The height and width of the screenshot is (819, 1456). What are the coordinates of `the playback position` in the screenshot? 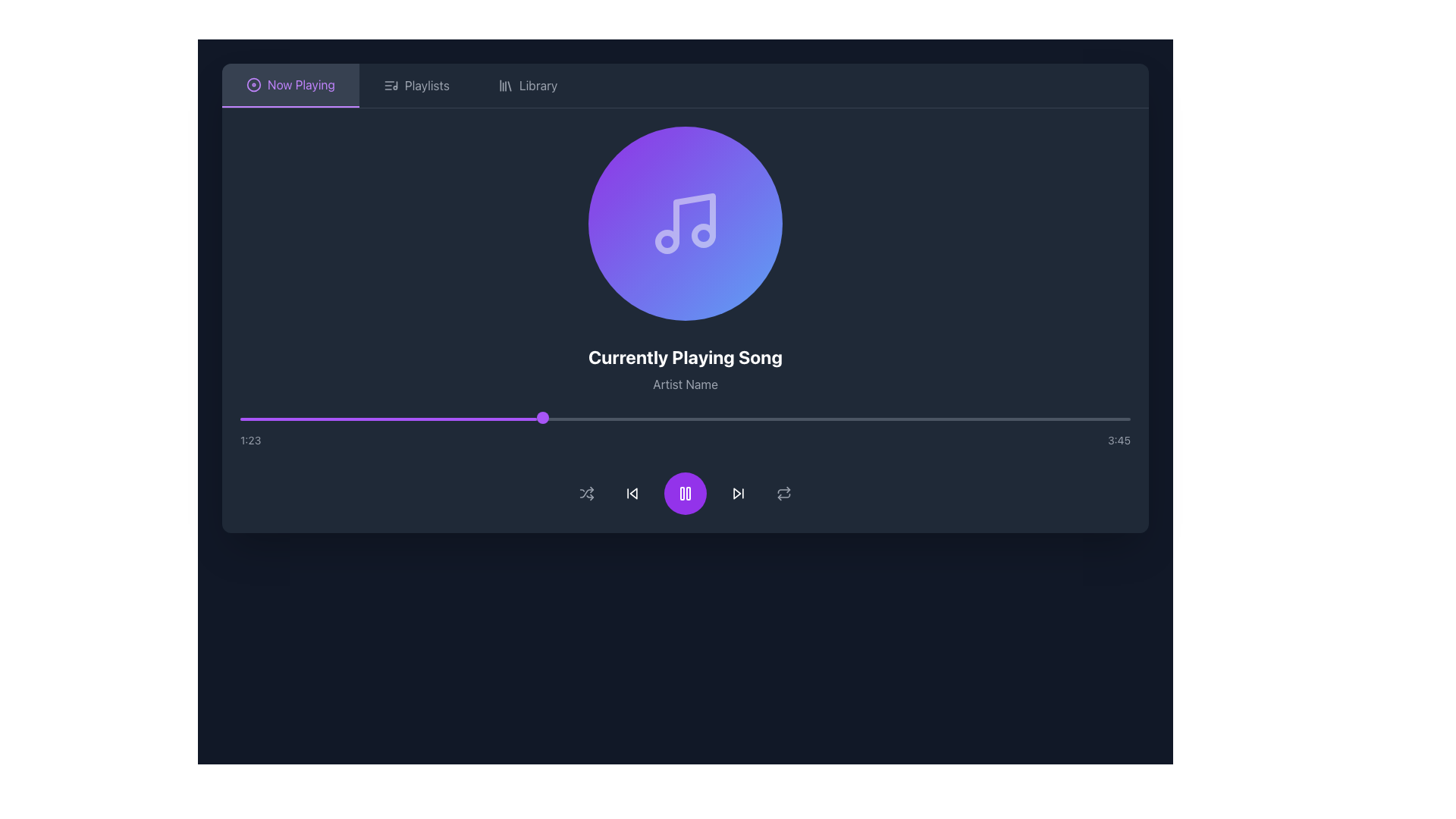 It's located at (897, 419).